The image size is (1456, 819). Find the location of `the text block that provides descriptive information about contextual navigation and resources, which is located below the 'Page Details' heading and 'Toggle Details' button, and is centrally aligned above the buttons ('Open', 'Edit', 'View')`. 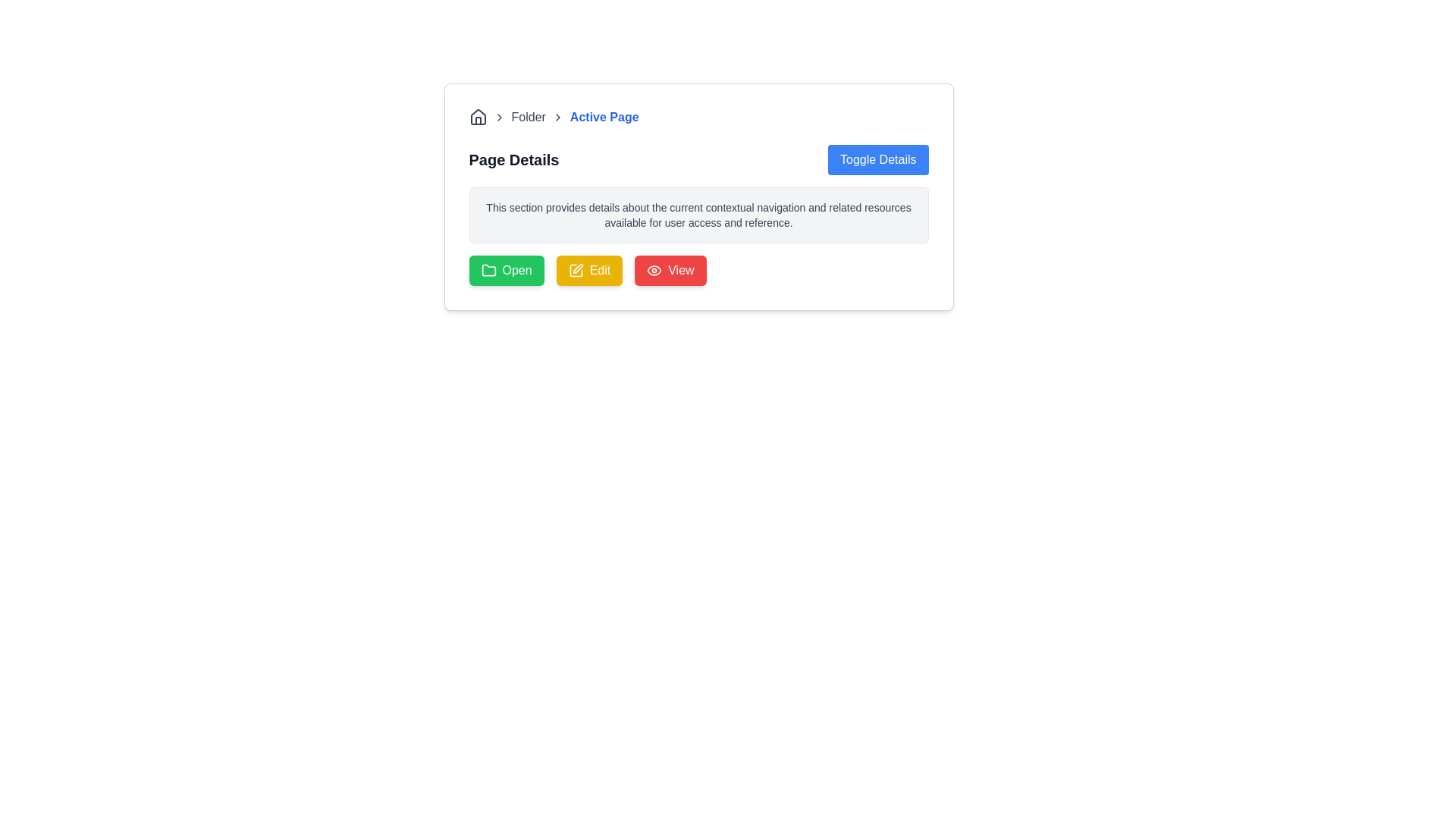

the text block that provides descriptive information about contextual navigation and resources, which is located below the 'Page Details' heading and 'Toggle Details' button, and is centrally aligned above the buttons ('Open', 'Edit', 'View') is located at coordinates (698, 215).